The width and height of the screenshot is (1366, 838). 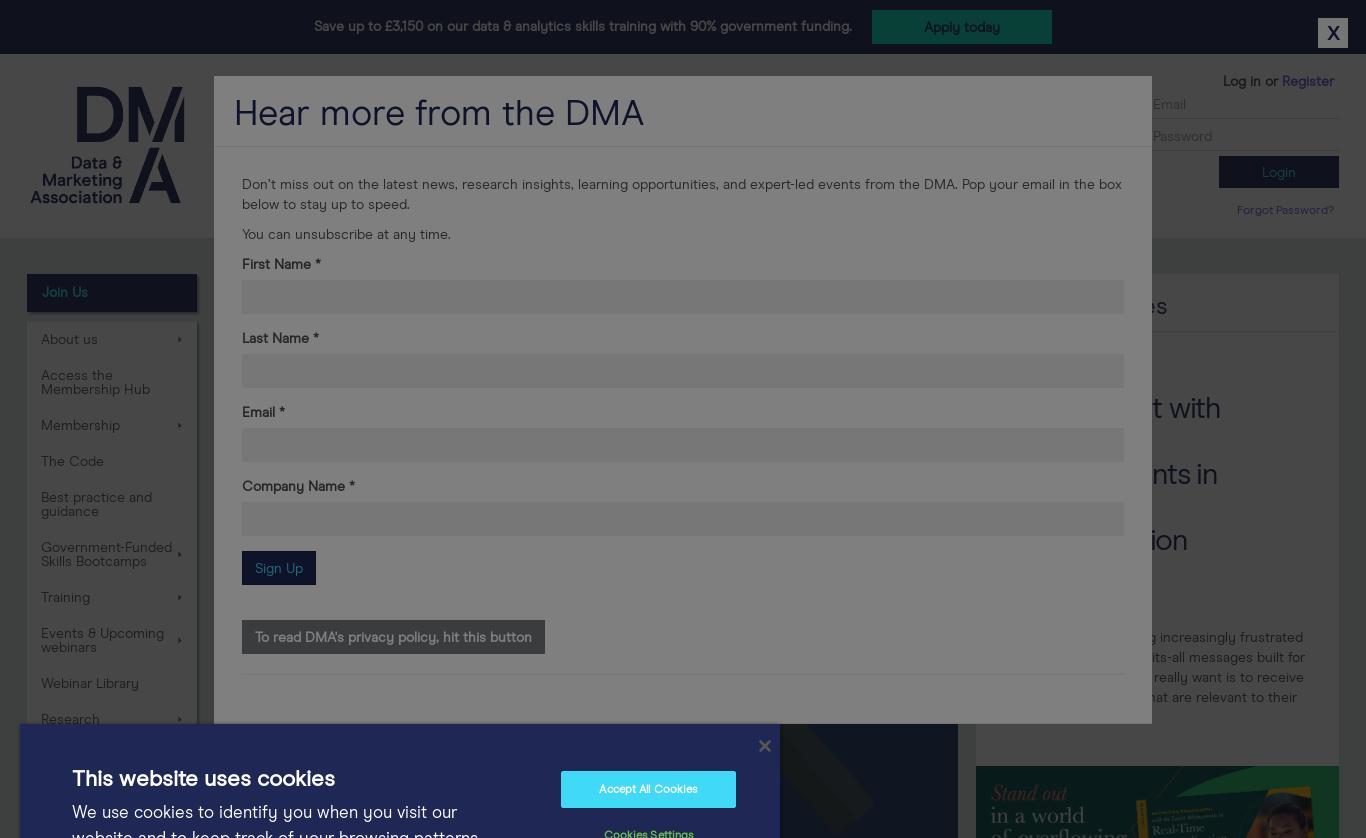 What do you see at coordinates (65, 291) in the screenshot?
I see `'Join Us'` at bounding box center [65, 291].